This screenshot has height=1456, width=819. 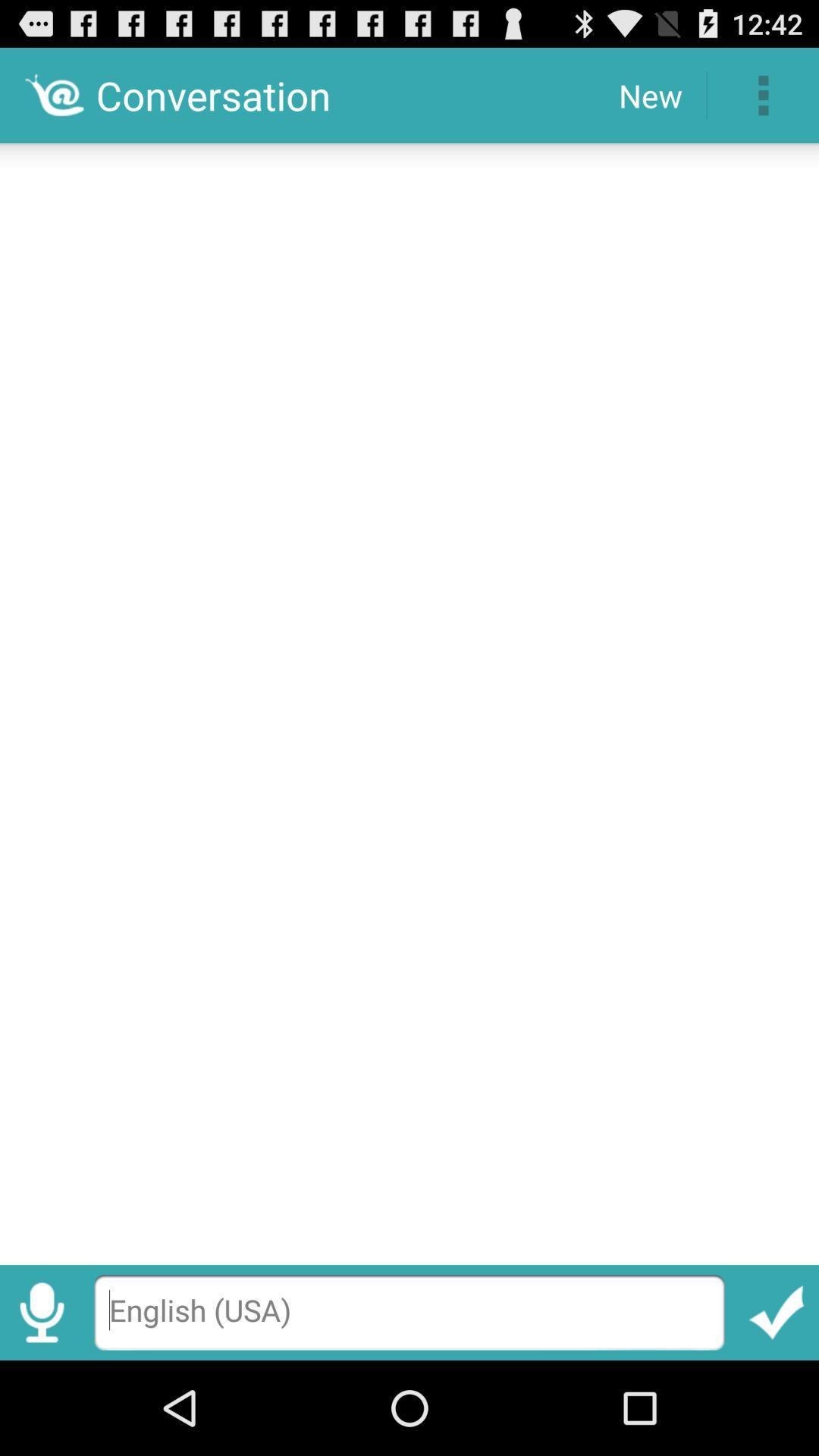 I want to click on item next to the conversation item, so click(x=649, y=94).